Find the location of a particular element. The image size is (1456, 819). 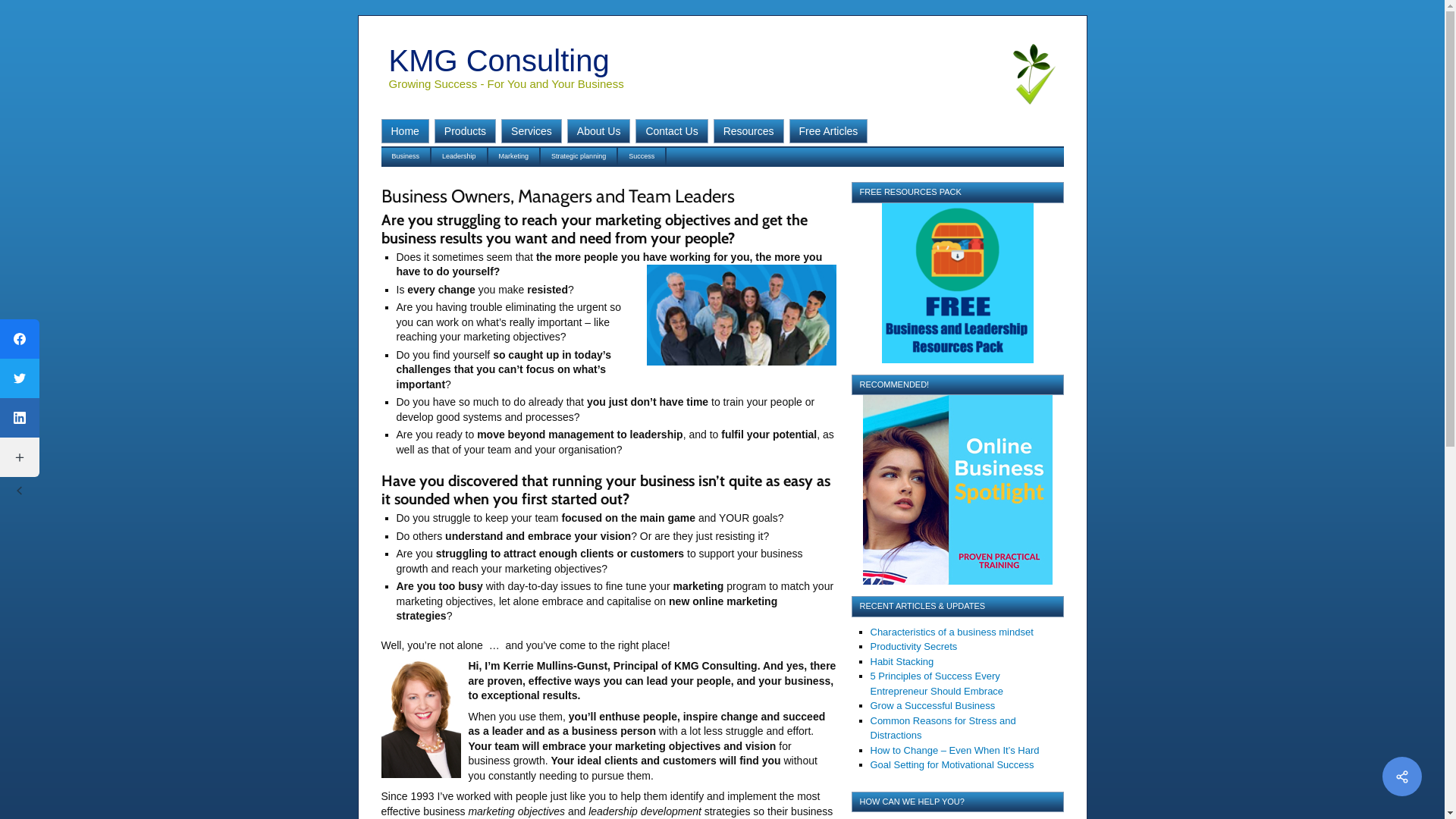

'Resources' is located at coordinates (748, 130).